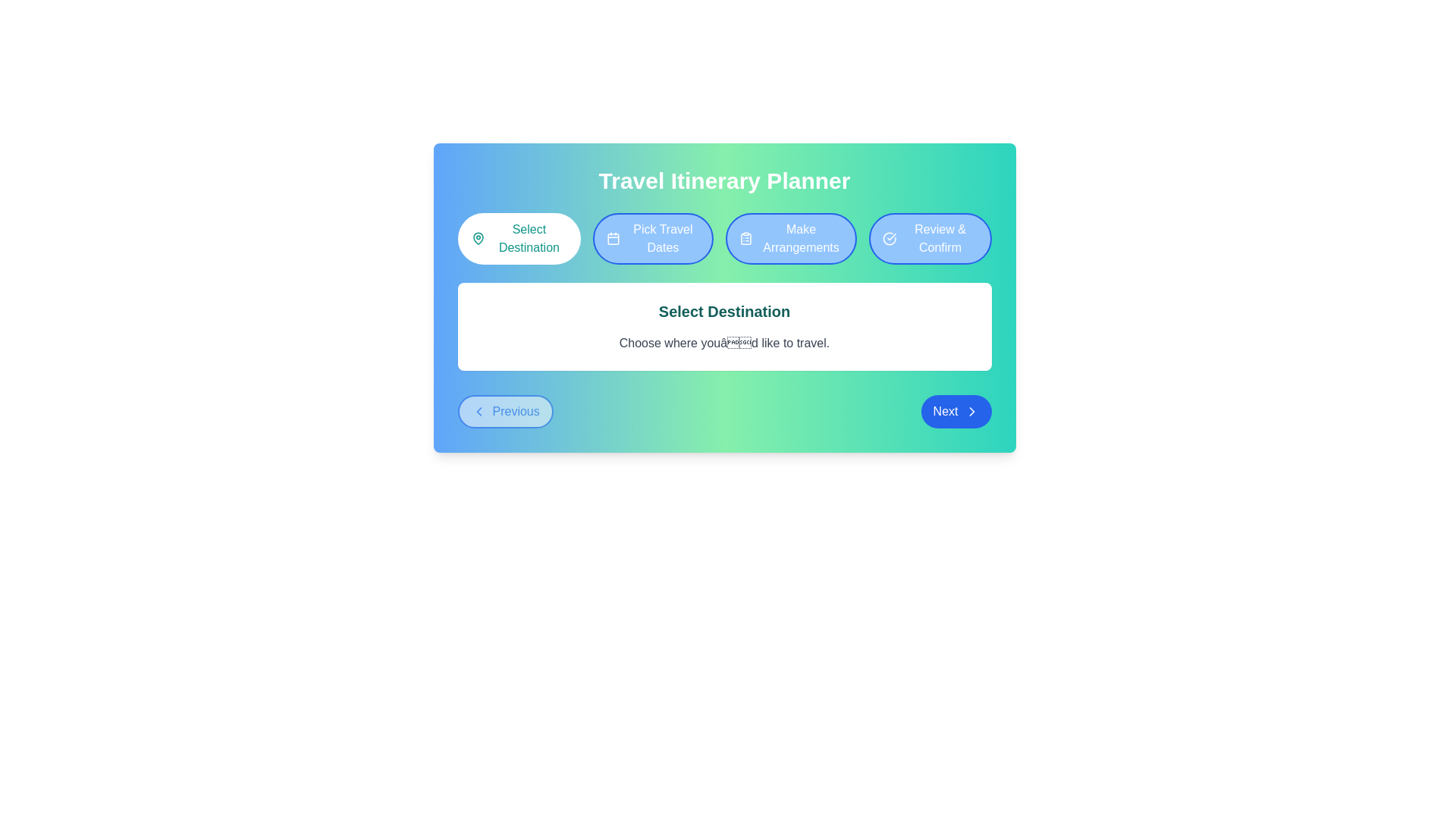  What do you see at coordinates (519, 239) in the screenshot?
I see `the leftmost button in the horizontal array of four rounded buttons` at bounding box center [519, 239].